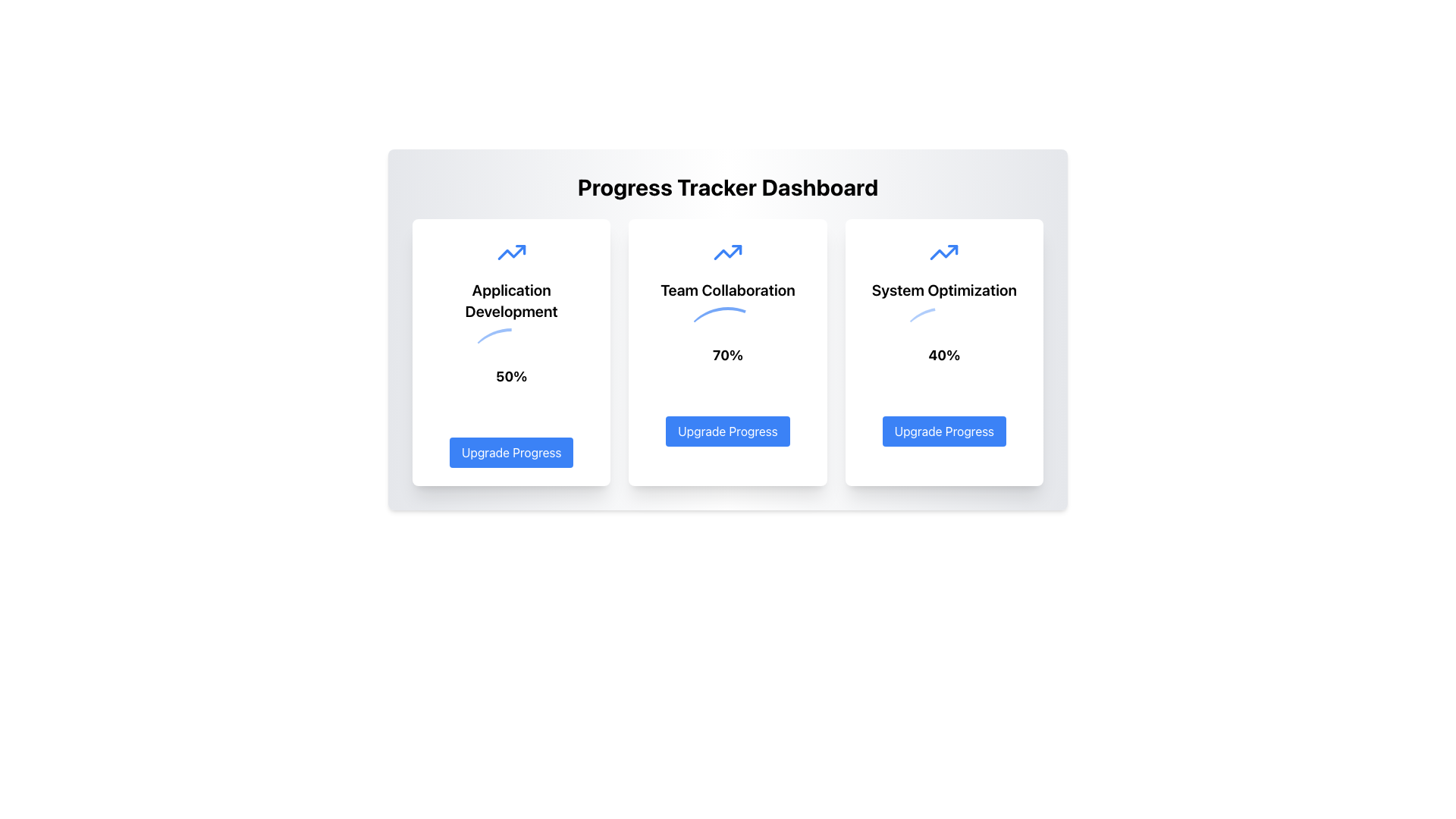 The height and width of the screenshot is (819, 1456). Describe the element at coordinates (728, 353) in the screenshot. I see `the progress percentage of the second card in the grid layout for the 'Team Collaboration' module` at that location.